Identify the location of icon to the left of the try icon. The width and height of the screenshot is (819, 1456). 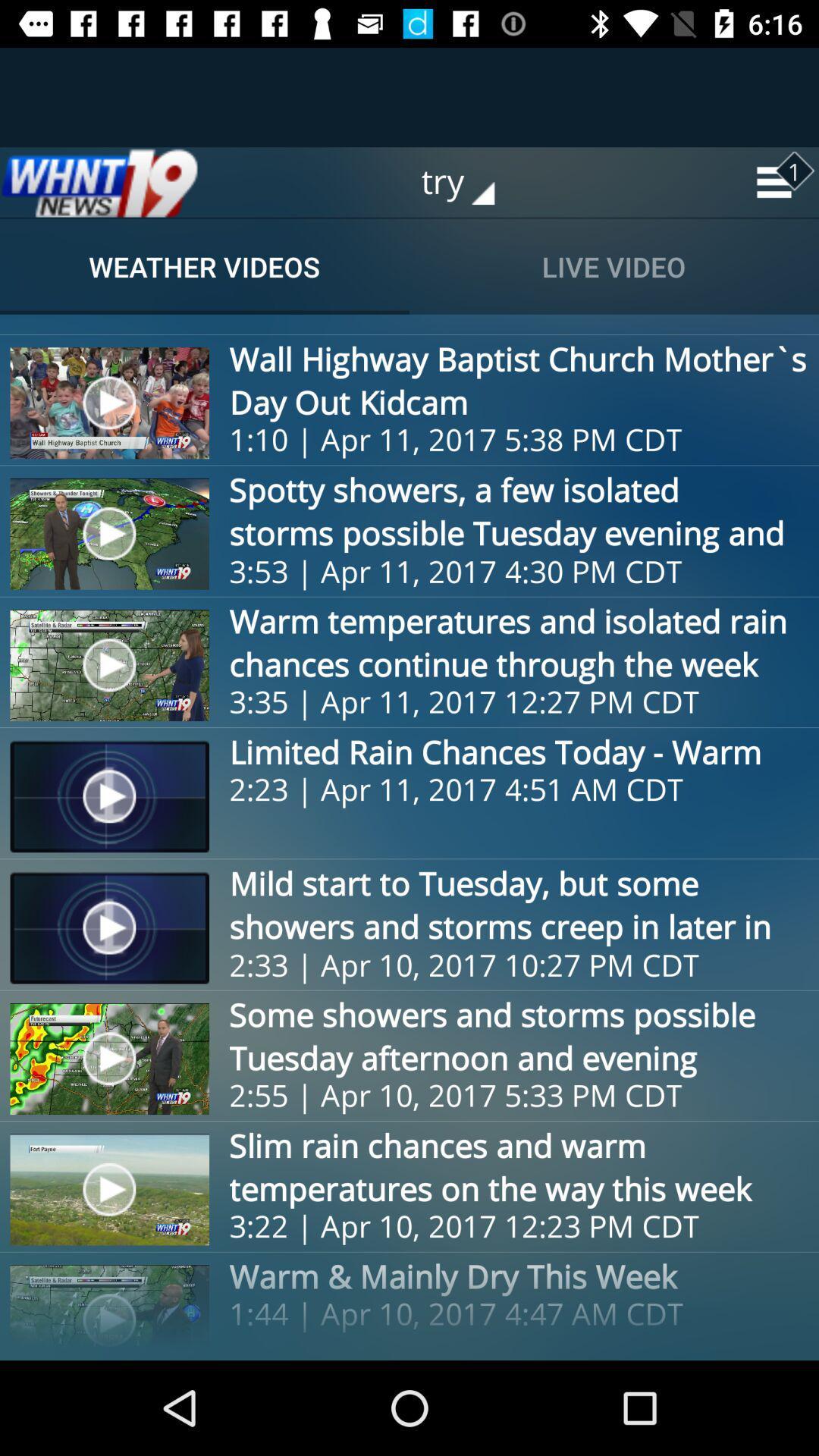
(99, 182).